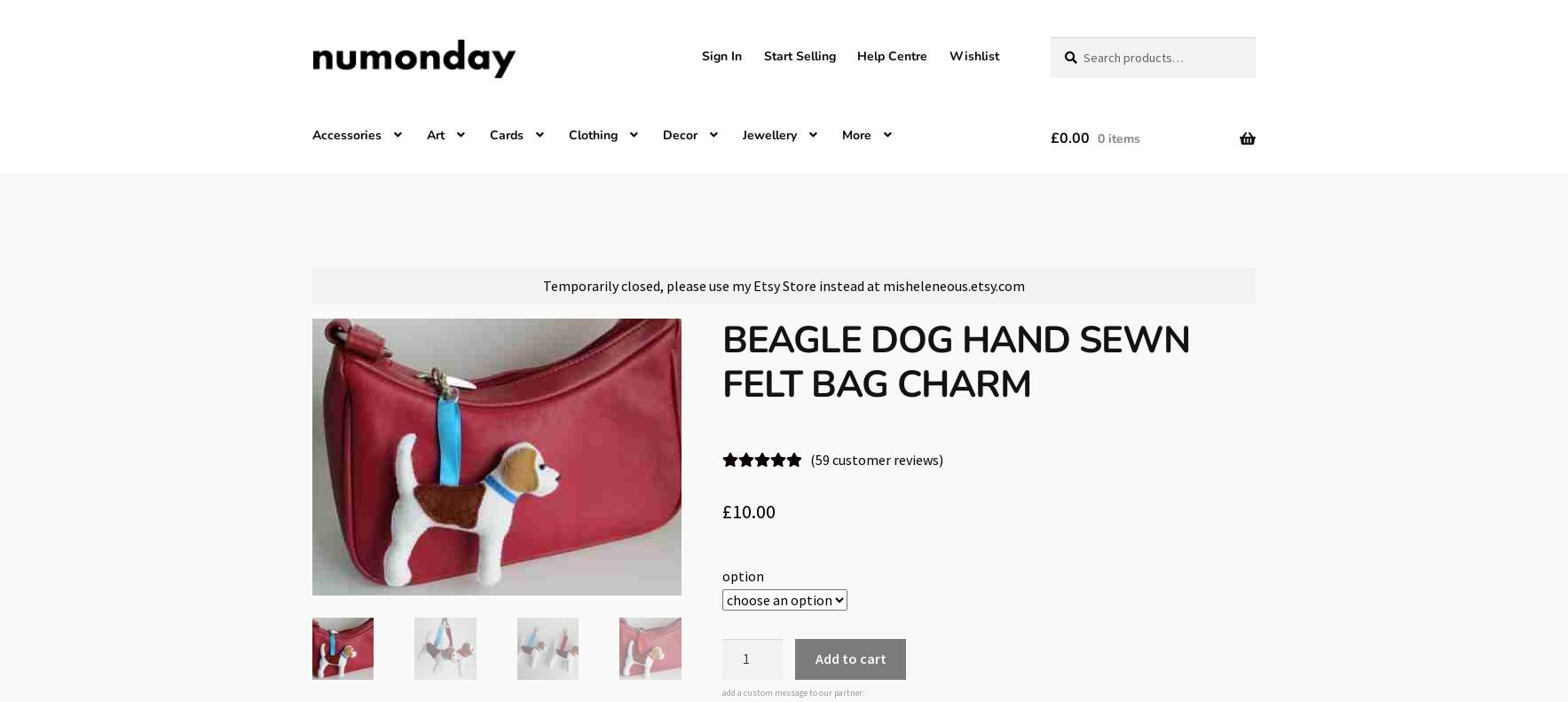 This screenshot has height=702, width=1568. Describe the element at coordinates (882, 598) in the screenshot. I see `'Clear'` at that location.